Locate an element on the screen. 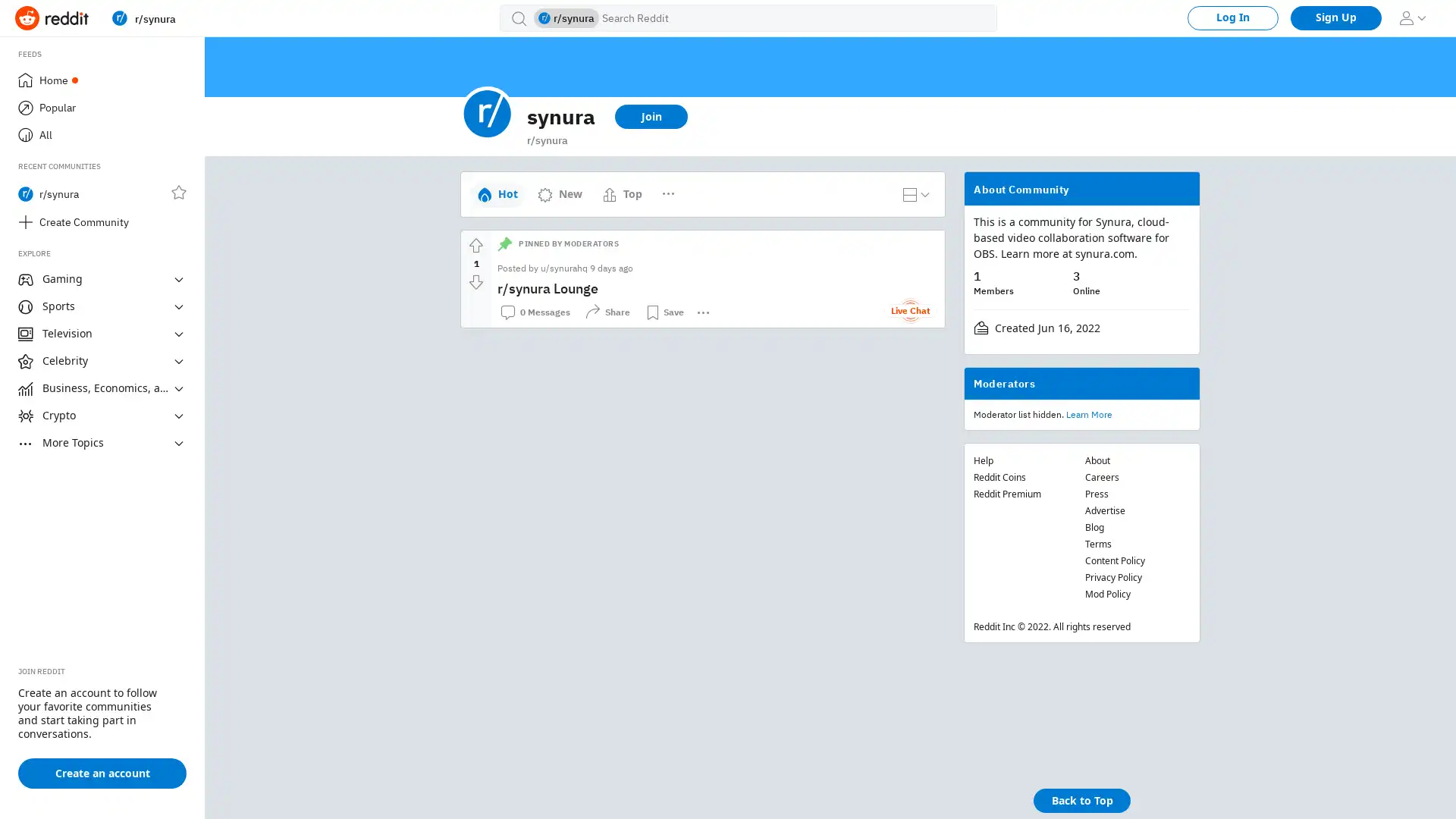 This screenshot has width=1456, height=819. Hot is located at coordinates (497, 193).